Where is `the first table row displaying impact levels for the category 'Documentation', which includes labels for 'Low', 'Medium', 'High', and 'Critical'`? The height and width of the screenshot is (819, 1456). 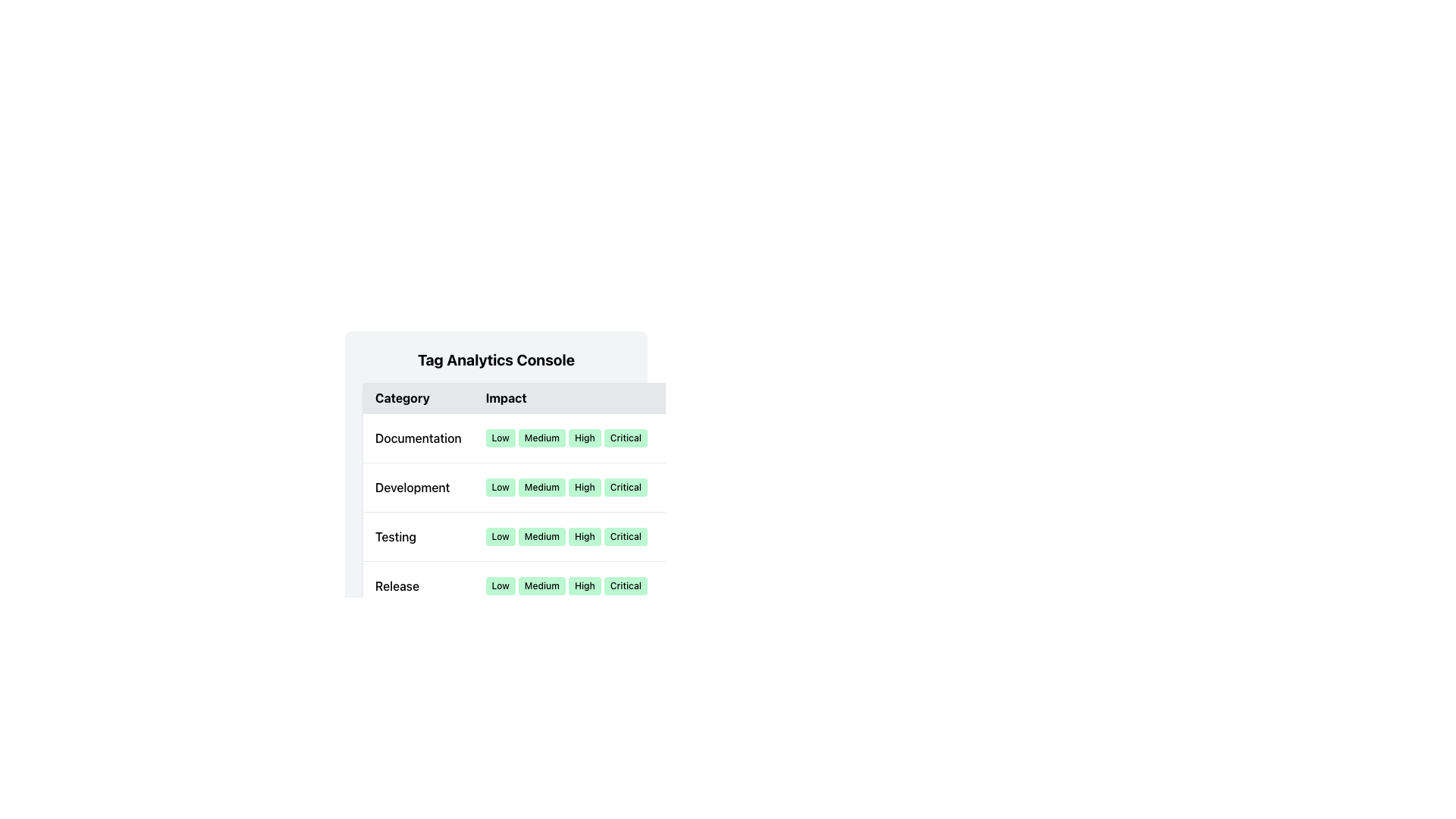
the first table row displaying impact levels for the category 'Documentation', which includes labels for 'Low', 'Medium', 'High', and 'Critical' is located at coordinates (545, 438).